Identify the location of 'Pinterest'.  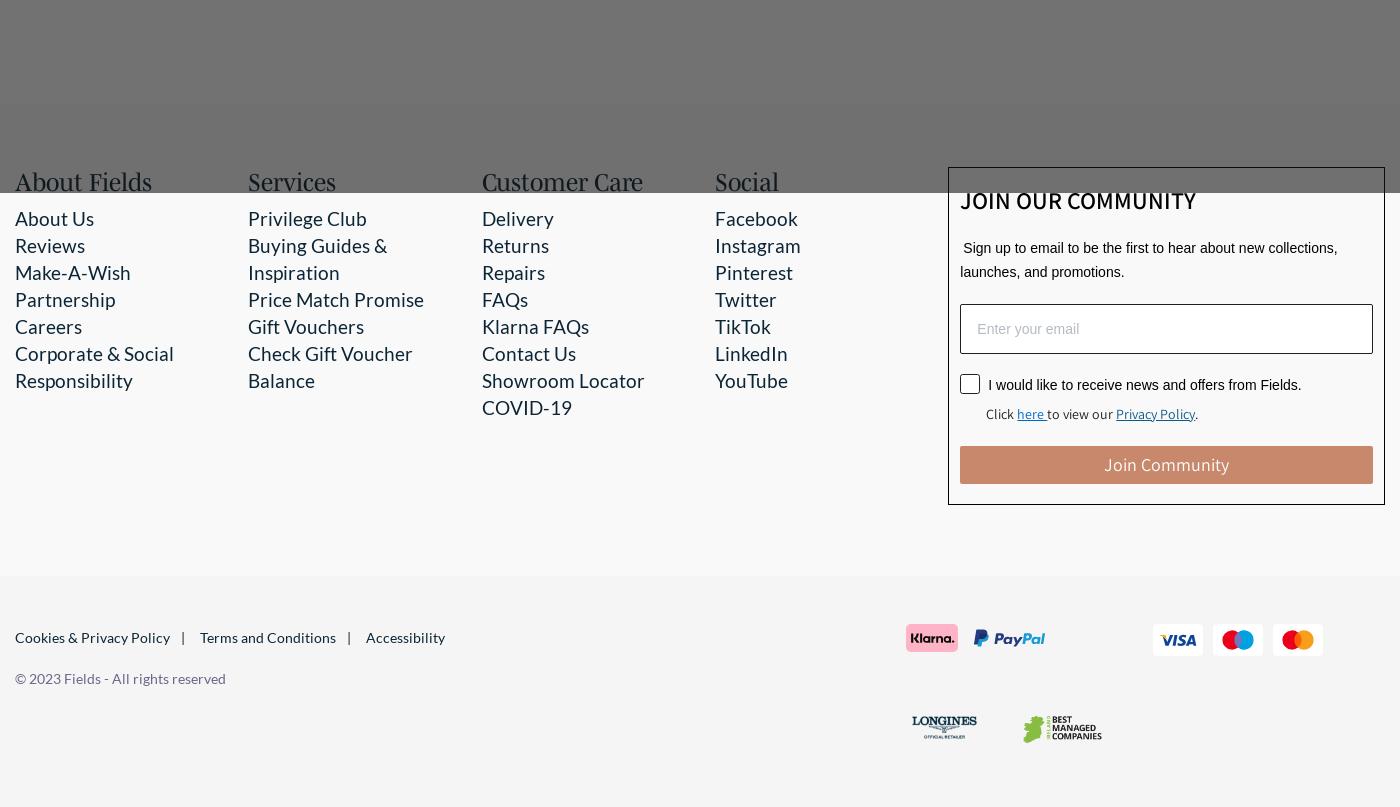
(754, 270).